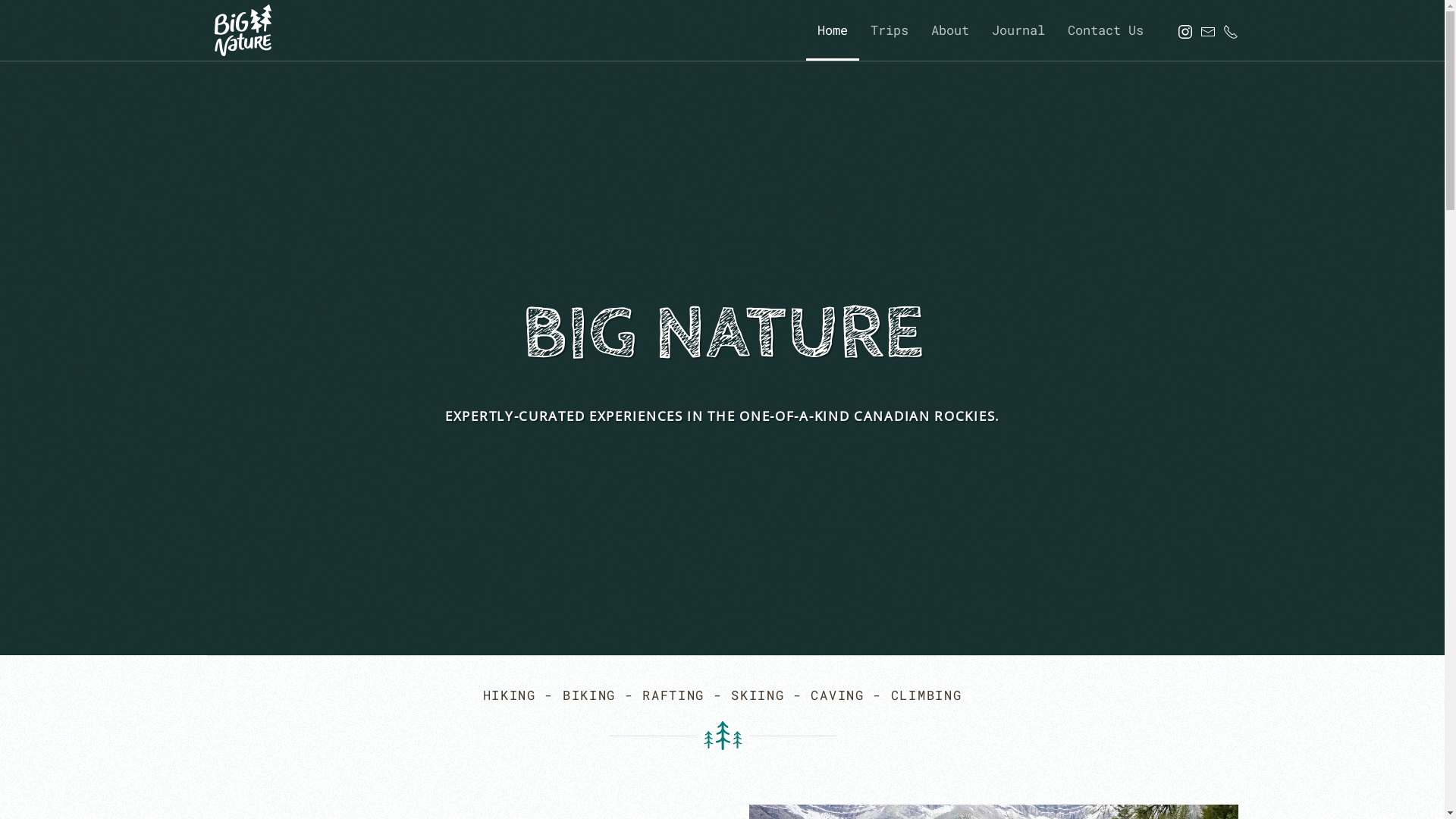  What do you see at coordinates (1018, 30) in the screenshot?
I see `'Journal'` at bounding box center [1018, 30].